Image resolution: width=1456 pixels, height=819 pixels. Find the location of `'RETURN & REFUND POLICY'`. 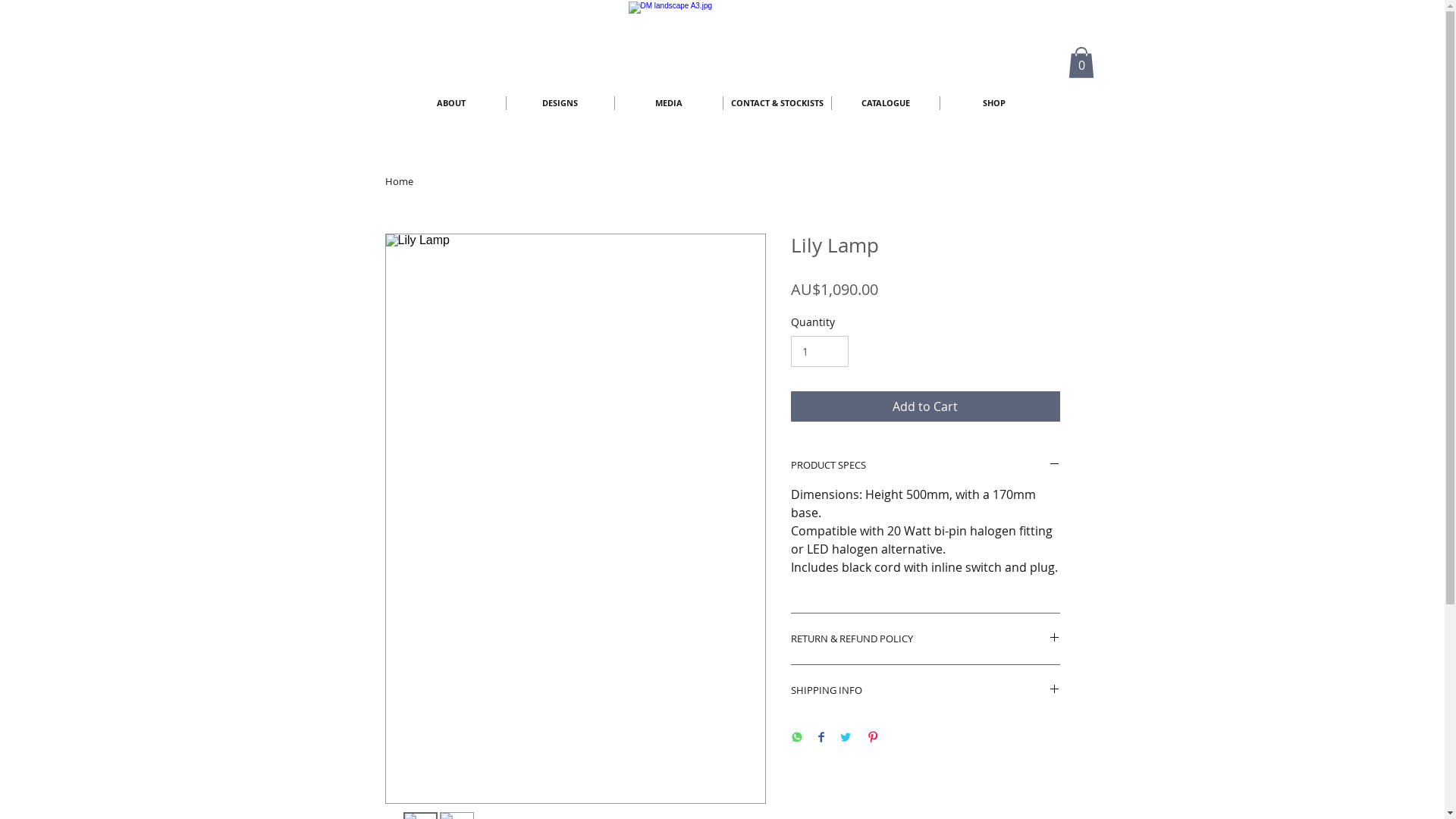

'RETURN & REFUND POLICY' is located at coordinates (924, 639).